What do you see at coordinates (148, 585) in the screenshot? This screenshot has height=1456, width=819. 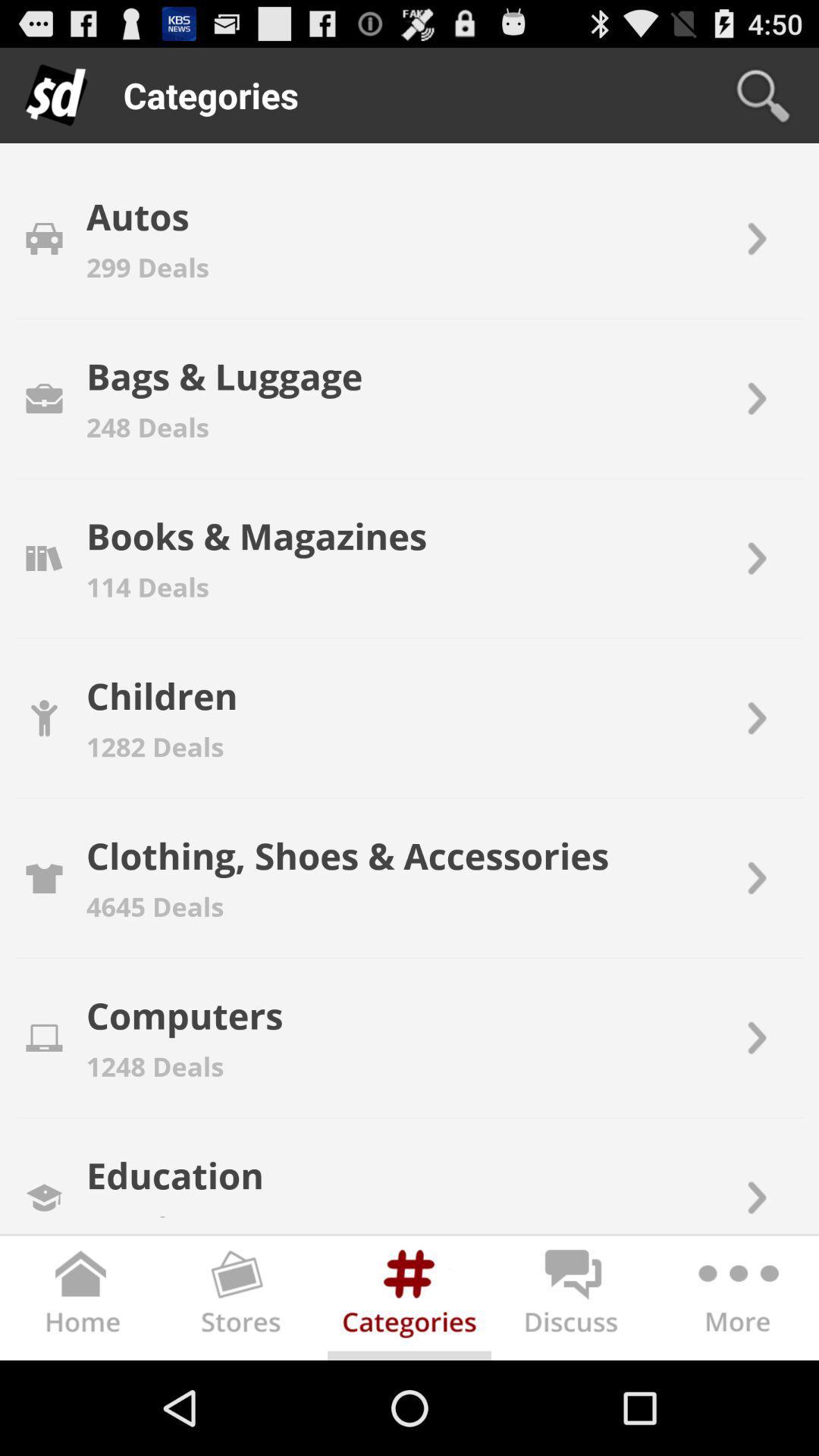 I see `114 deals app` at bounding box center [148, 585].